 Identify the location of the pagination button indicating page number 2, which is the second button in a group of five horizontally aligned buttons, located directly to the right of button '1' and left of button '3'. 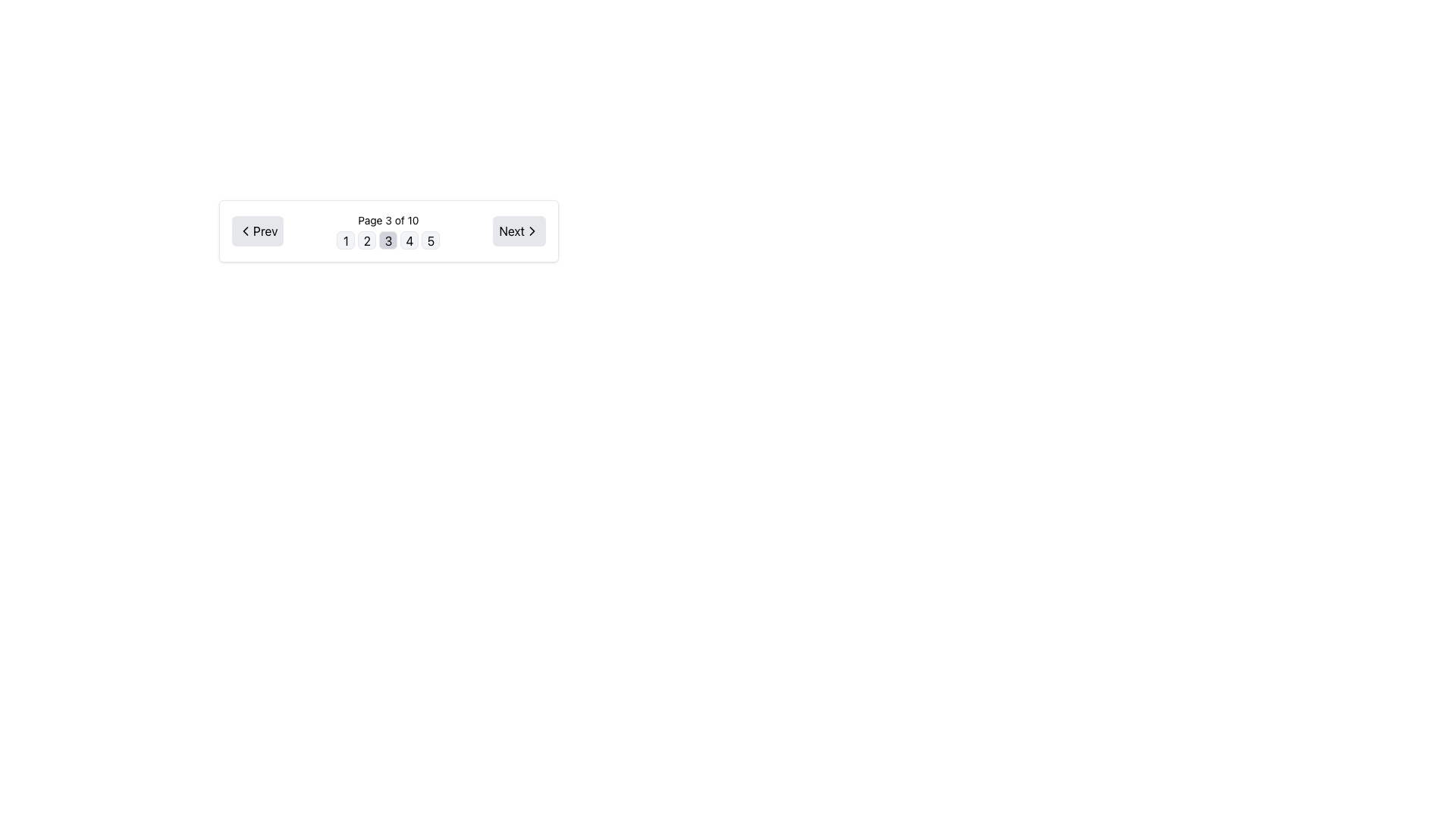
(367, 239).